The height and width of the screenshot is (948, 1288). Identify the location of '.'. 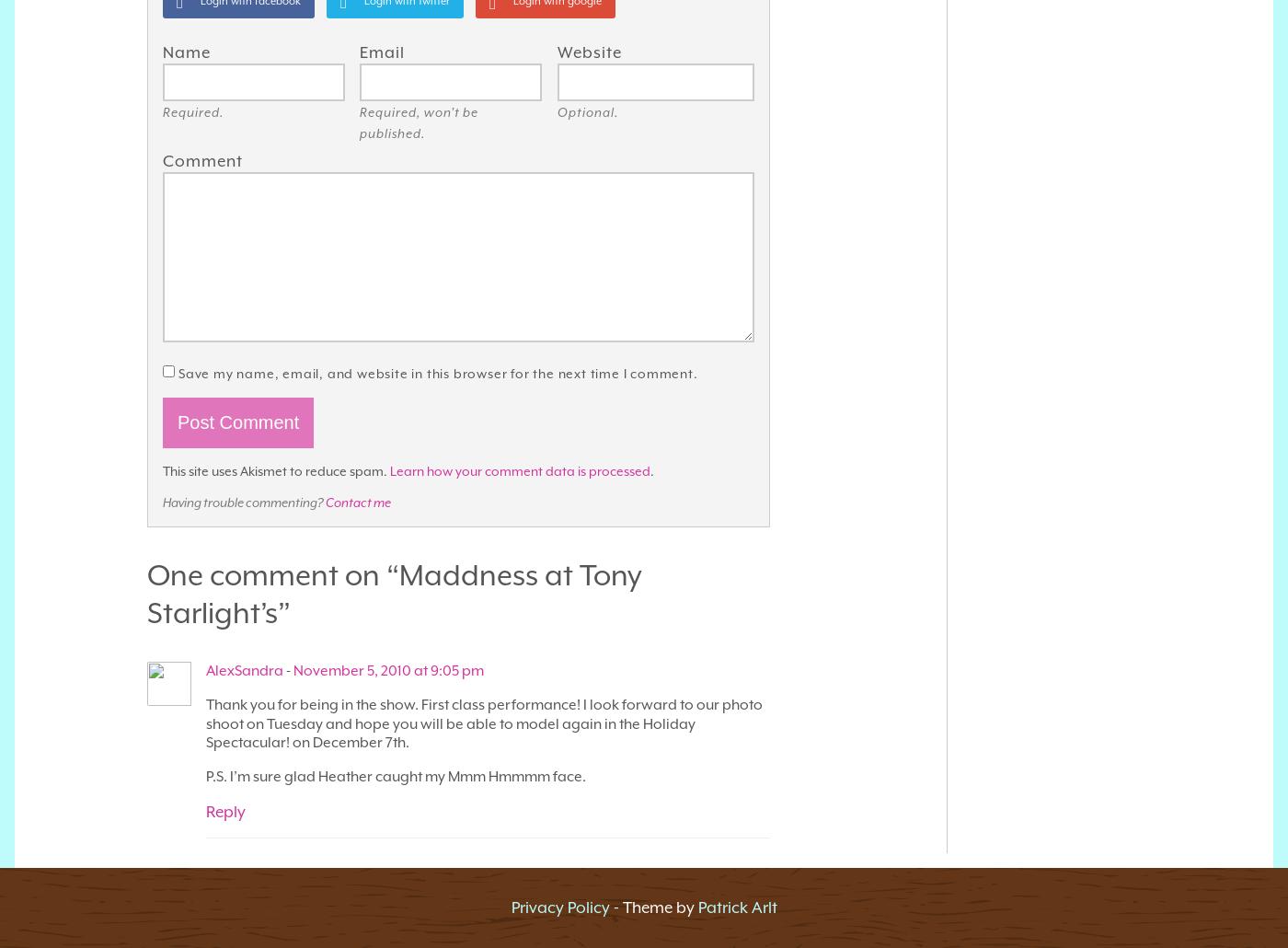
(650, 468).